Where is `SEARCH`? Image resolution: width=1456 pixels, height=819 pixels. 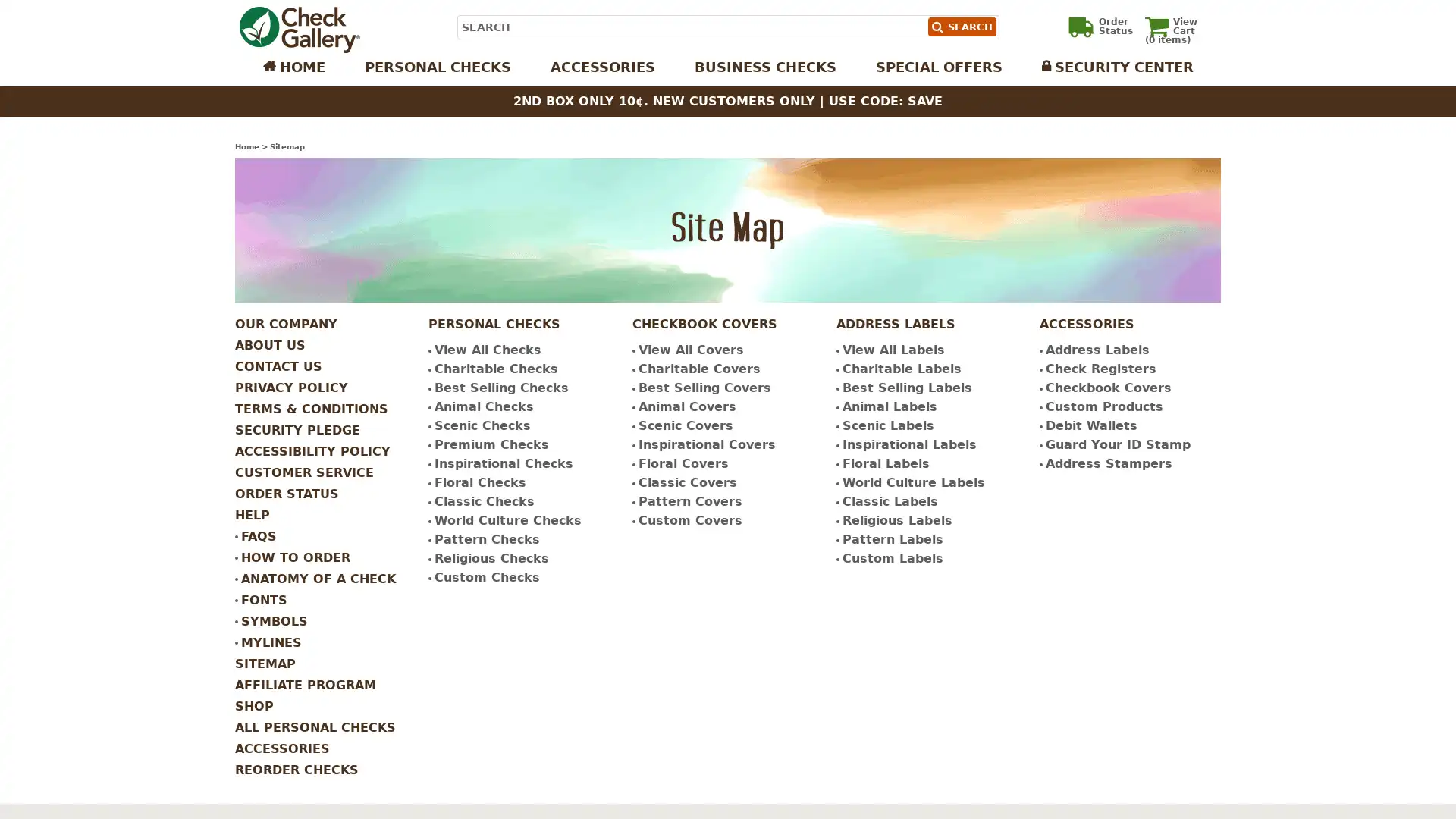 SEARCH is located at coordinates (960, 27).